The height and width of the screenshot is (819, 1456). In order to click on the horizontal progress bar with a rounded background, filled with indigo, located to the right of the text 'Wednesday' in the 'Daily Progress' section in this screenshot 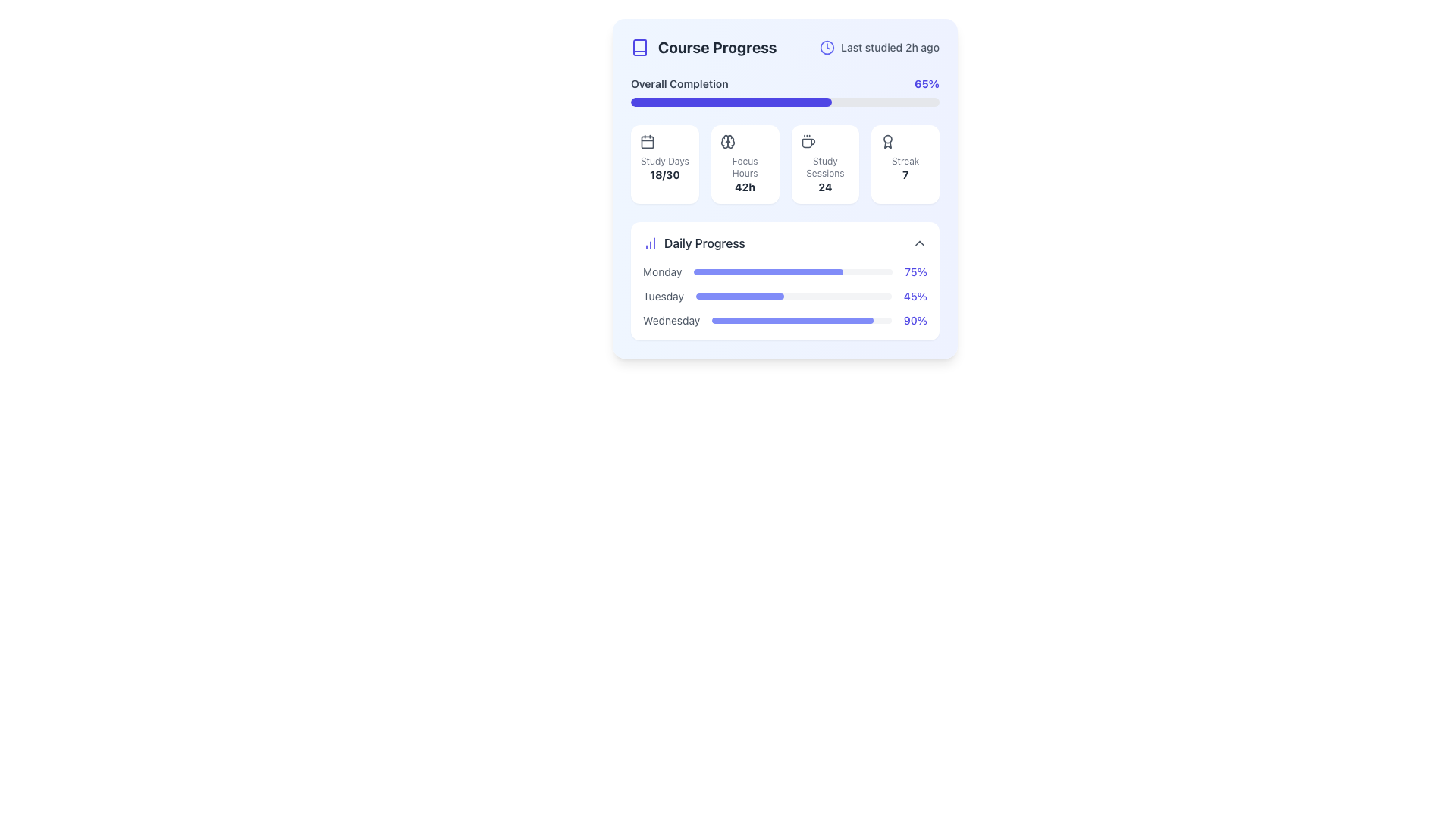, I will do `click(801, 320)`.